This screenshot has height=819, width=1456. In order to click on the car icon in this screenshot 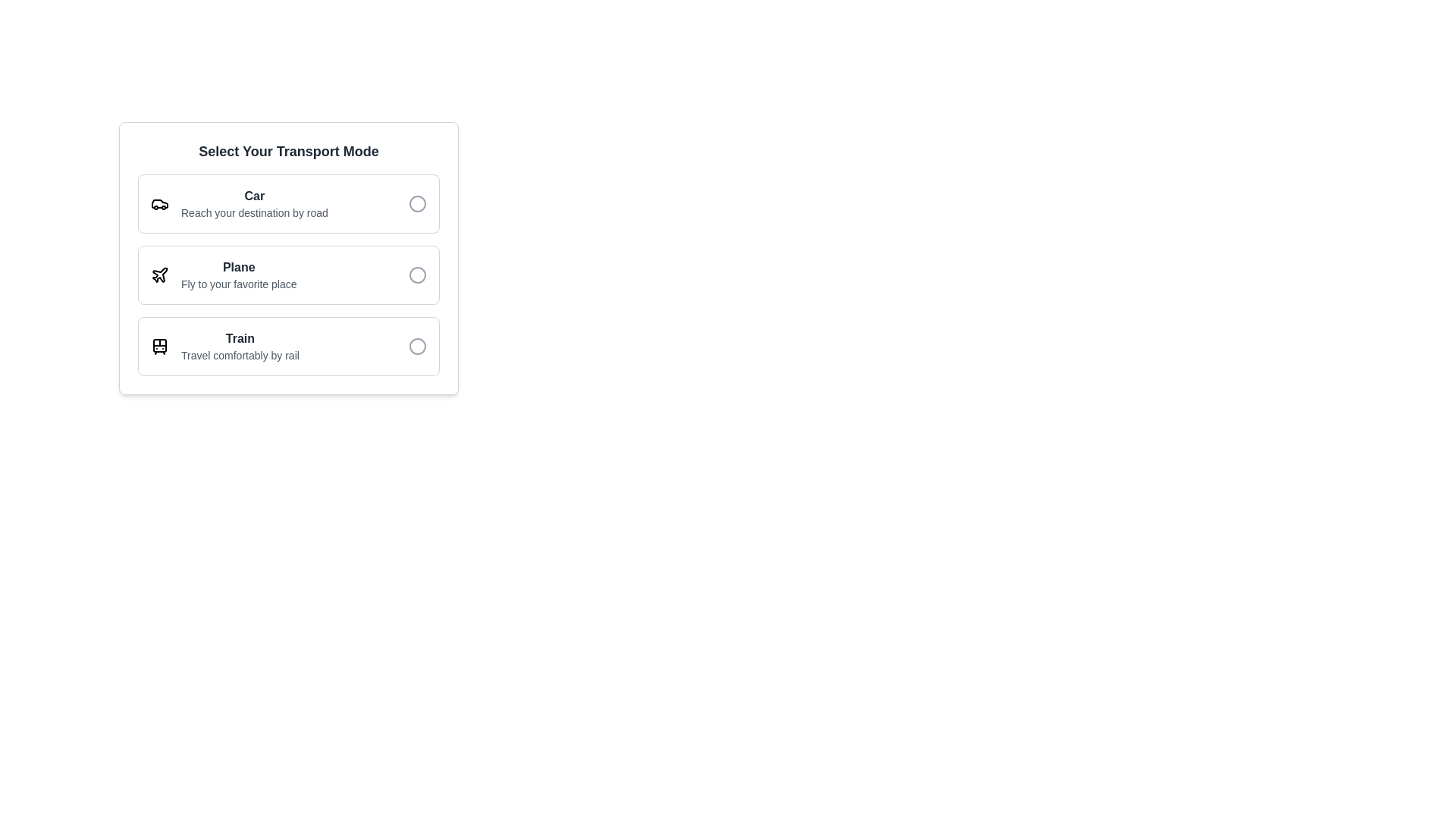, I will do `click(160, 203)`.